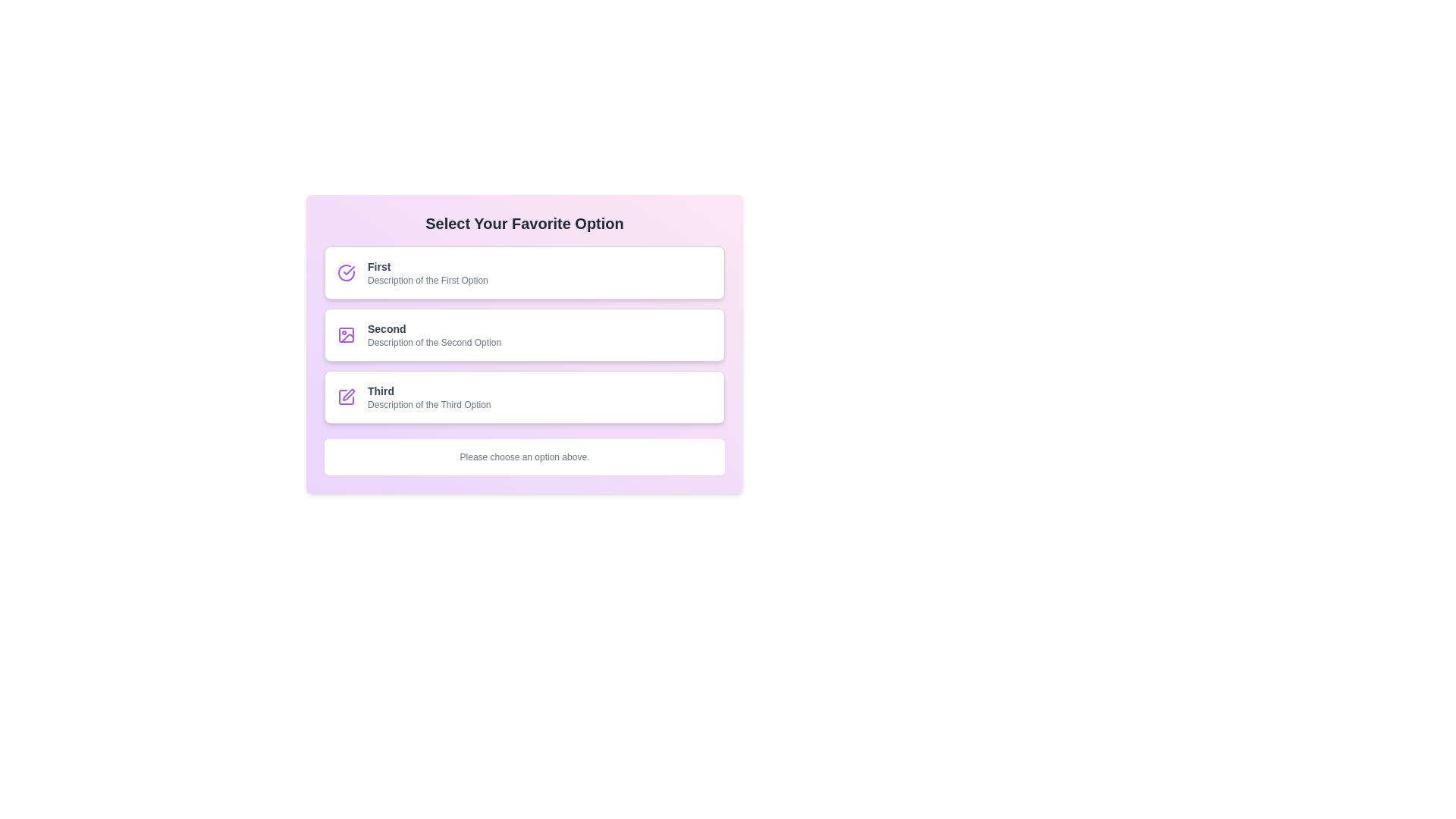 The width and height of the screenshot is (1456, 819). I want to click on the purple media icon representing an image frame located to the left of the text 'Second Description of the Second Option' in the second option card labeled 'Second', so click(345, 334).